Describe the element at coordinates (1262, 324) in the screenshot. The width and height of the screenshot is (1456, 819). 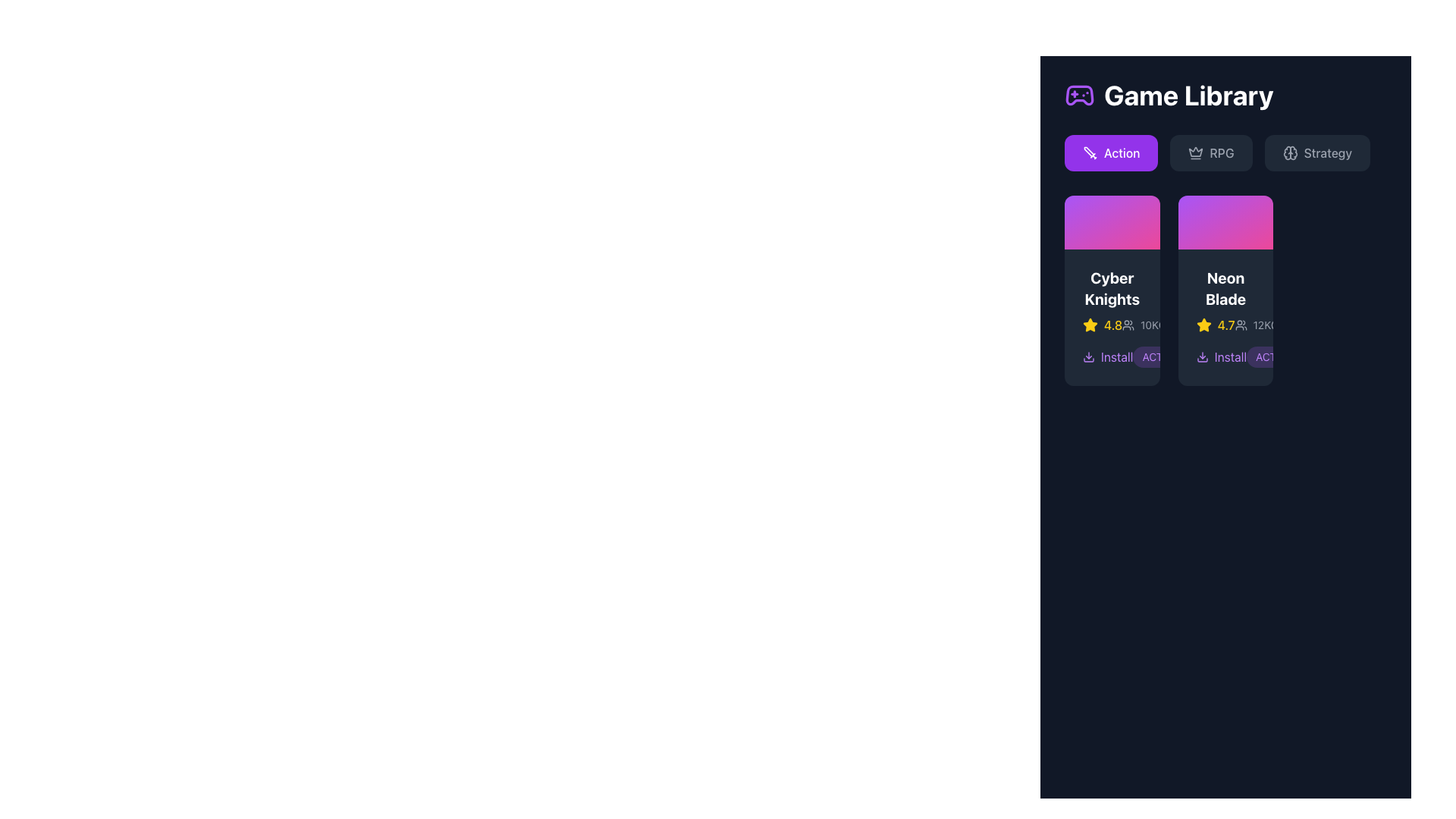
I see `the Text Label displaying '12K' in light gray color, which is positioned to the right of a user icon within a flex layout` at that location.